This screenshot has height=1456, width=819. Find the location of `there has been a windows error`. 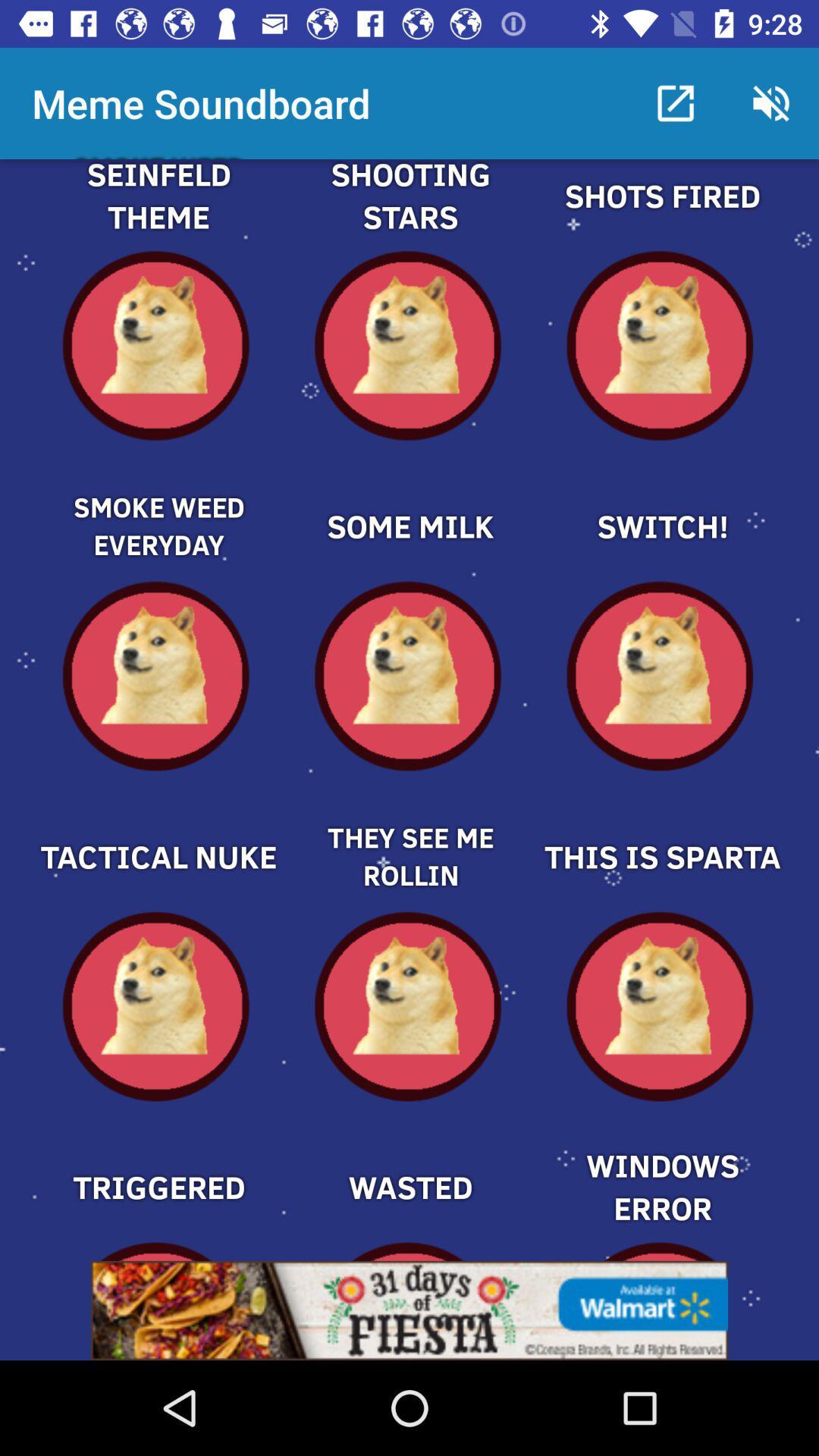

there has been a windows error is located at coordinates (661, 1160).